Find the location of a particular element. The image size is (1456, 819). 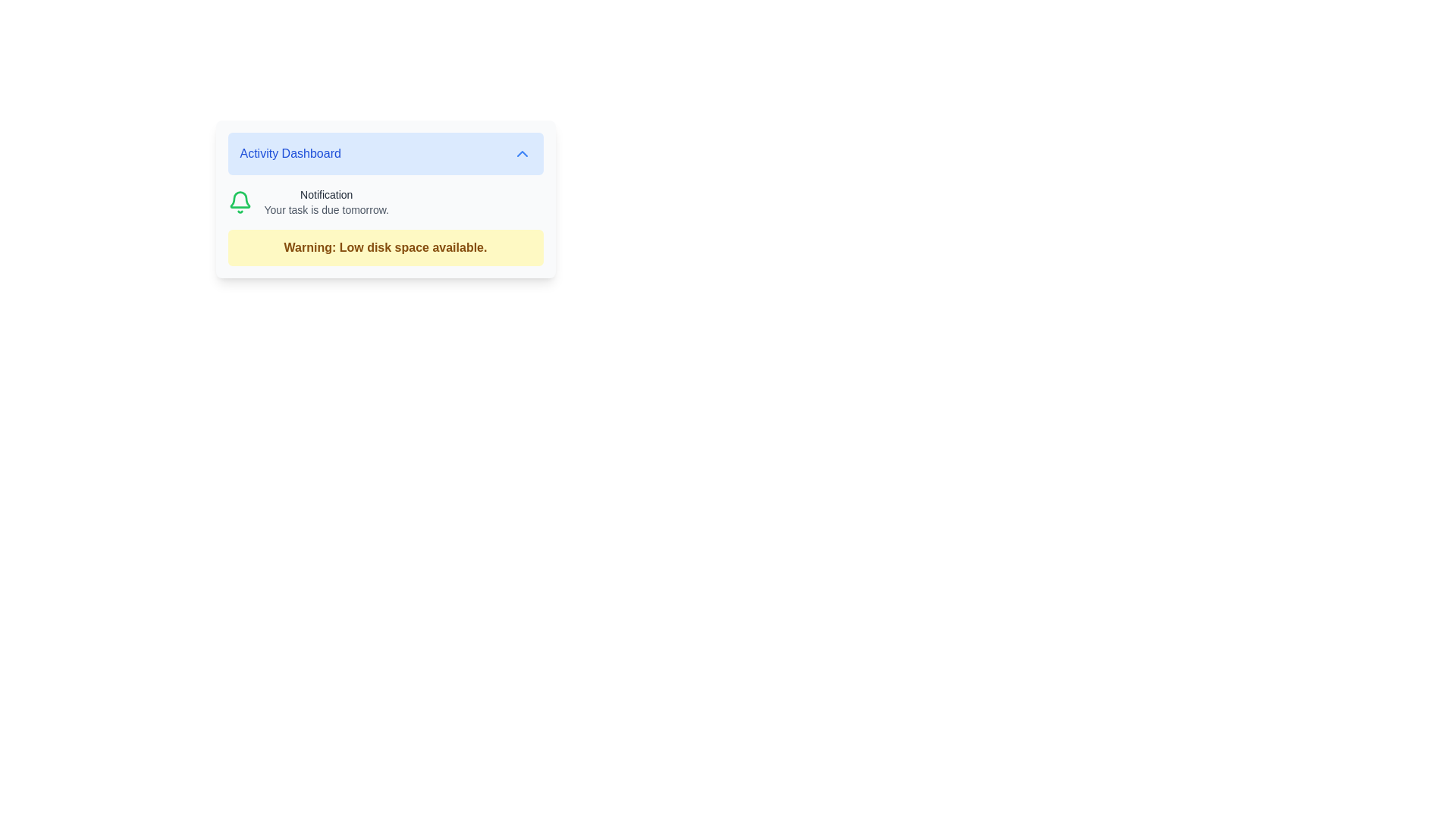

the text message 'Warning: Low disk space available.' displayed in bold yellow font within the yellow notification section of the 'Activity Dashboard' widget is located at coordinates (385, 247).